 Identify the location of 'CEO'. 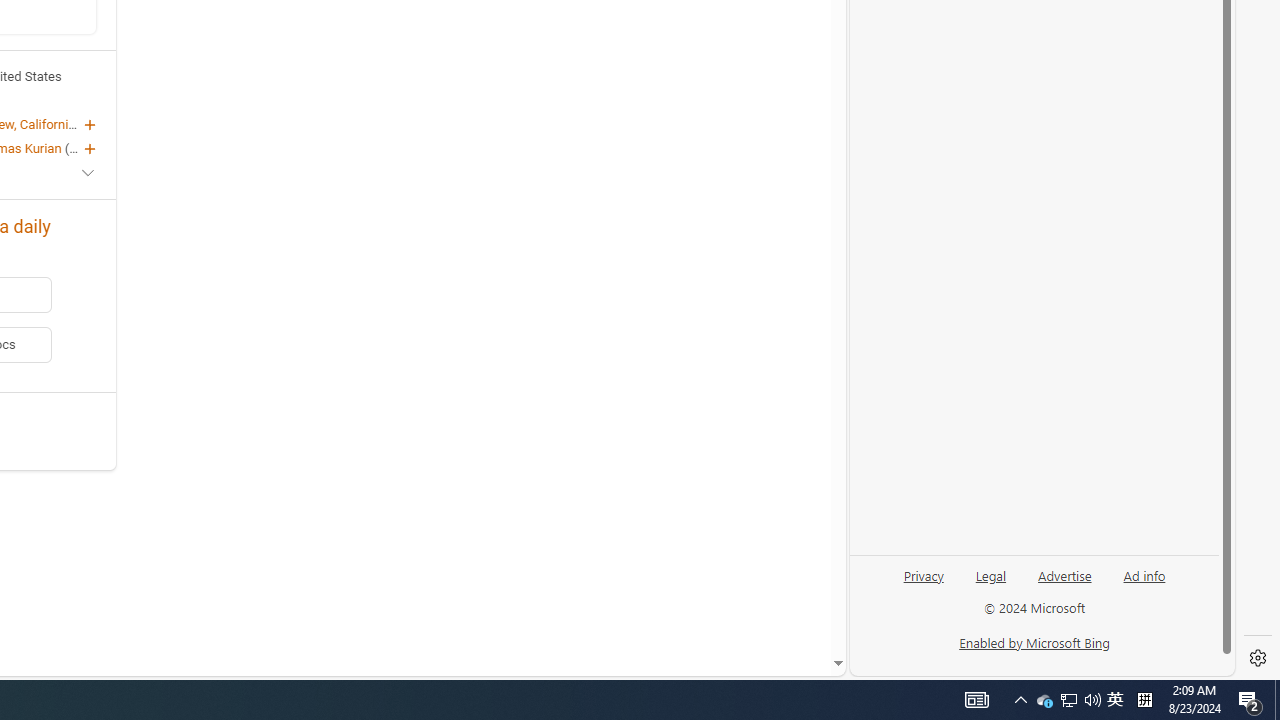
(80, 146).